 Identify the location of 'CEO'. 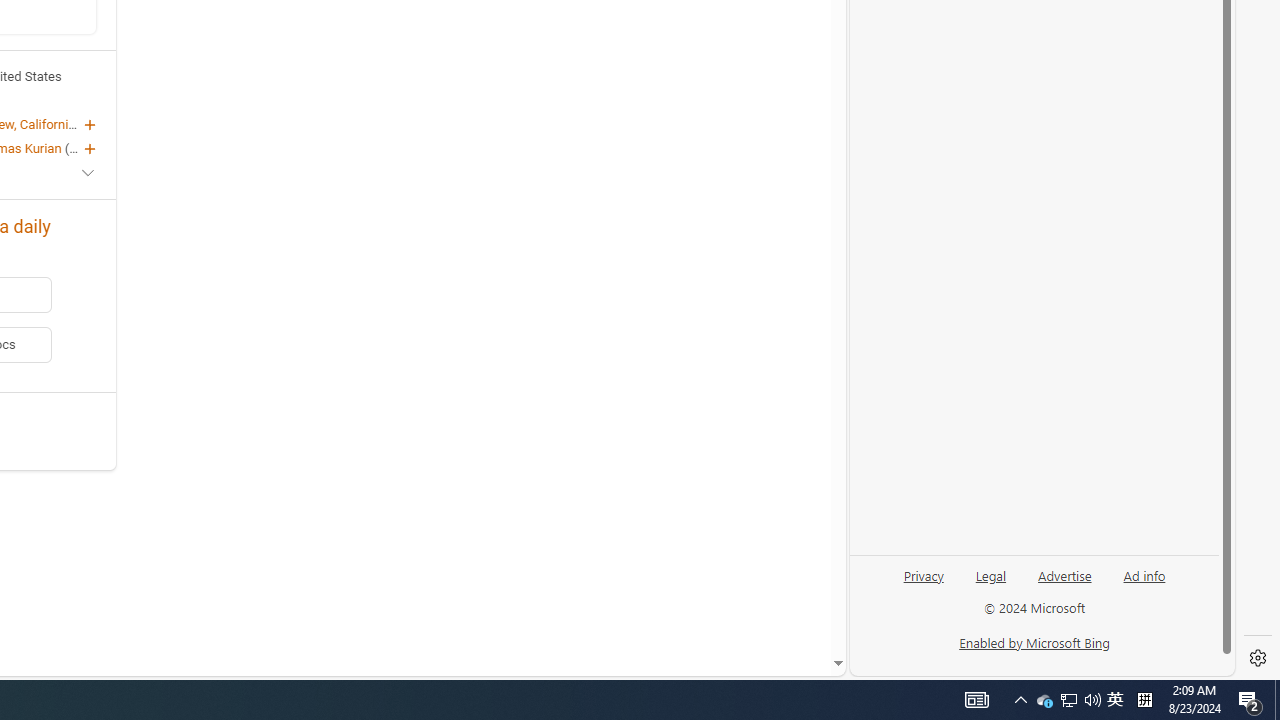
(80, 146).